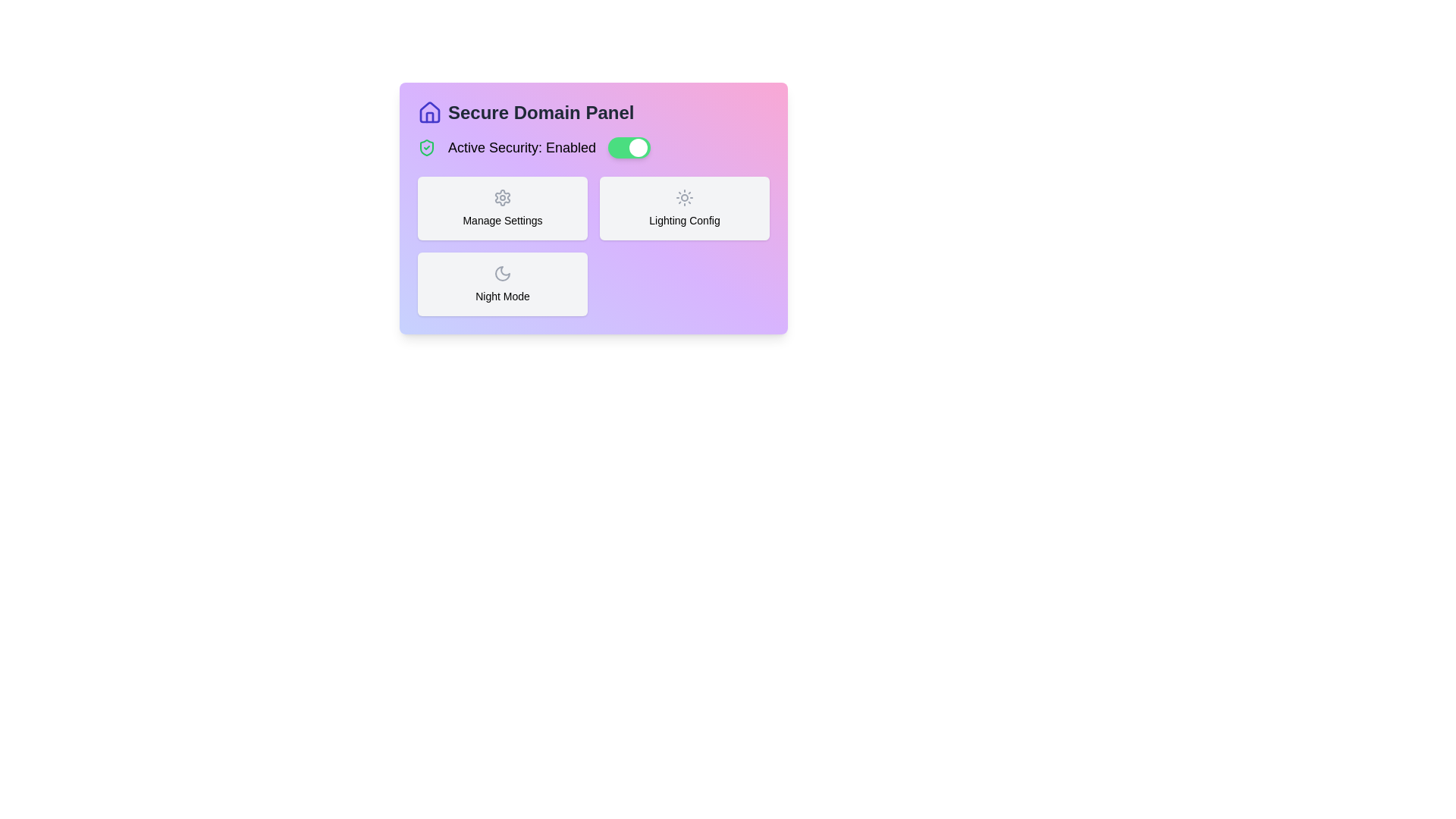 The width and height of the screenshot is (1456, 819). What do you see at coordinates (428, 116) in the screenshot?
I see `the door representation of the house icon, which is a vertical rectangle with rounded corners located in the top-left corner of the panel` at bounding box center [428, 116].